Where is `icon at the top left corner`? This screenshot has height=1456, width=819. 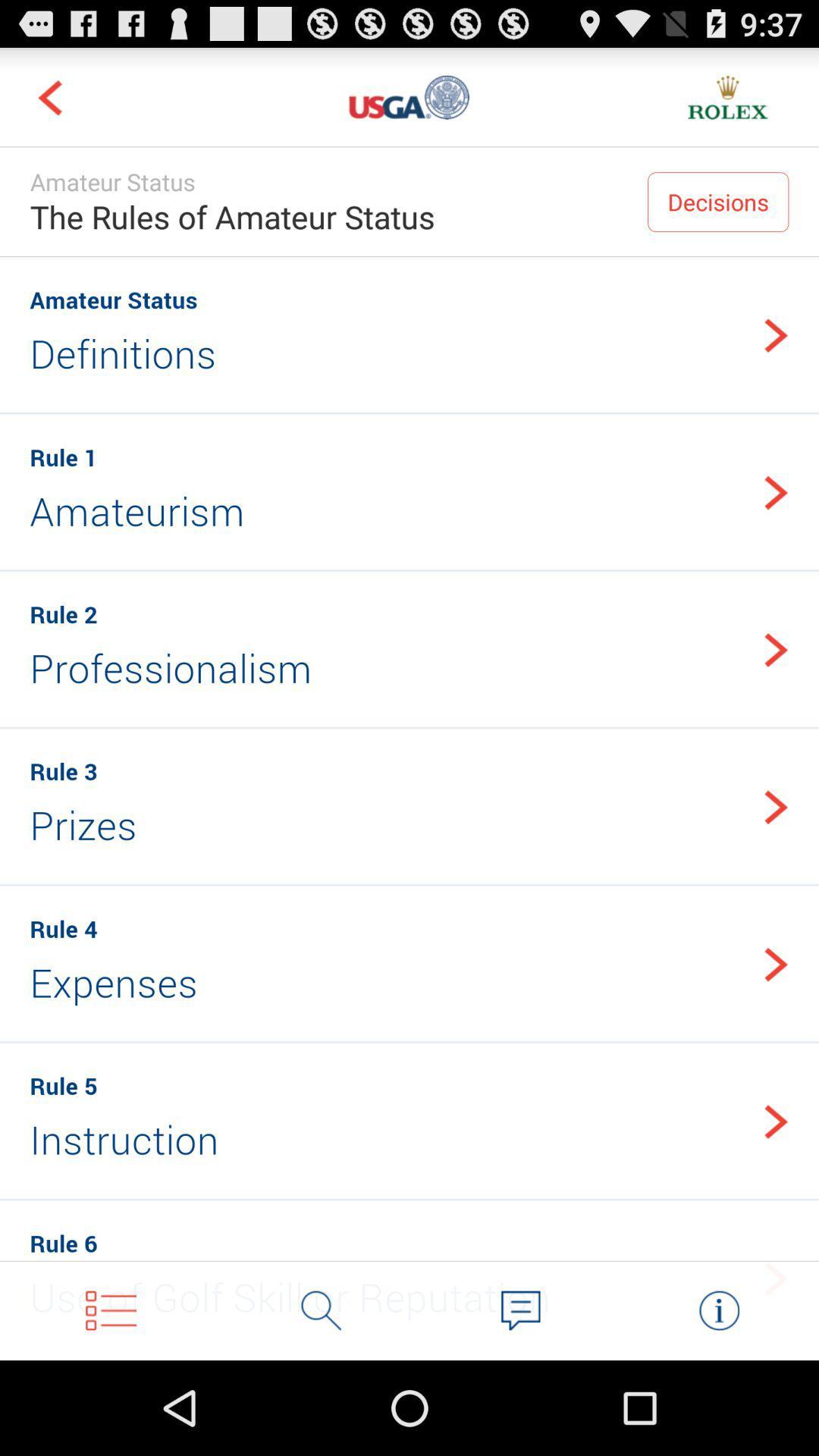 icon at the top left corner is located at coordinates (49, 96).